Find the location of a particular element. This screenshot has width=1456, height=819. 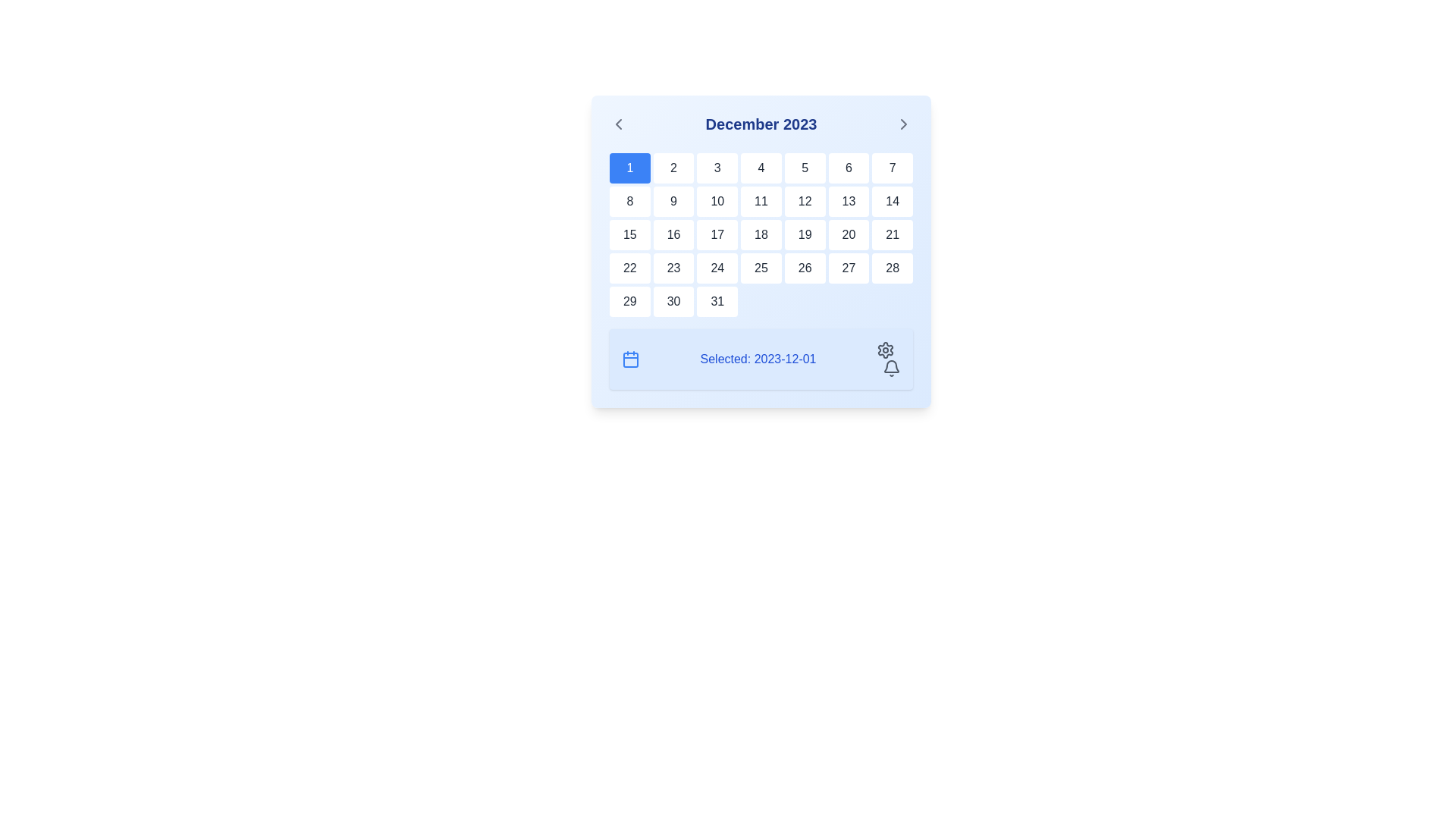

the square-shaped button with the text '24' in black font, located in the calendar grid layout is located at coordinates (717, 268).